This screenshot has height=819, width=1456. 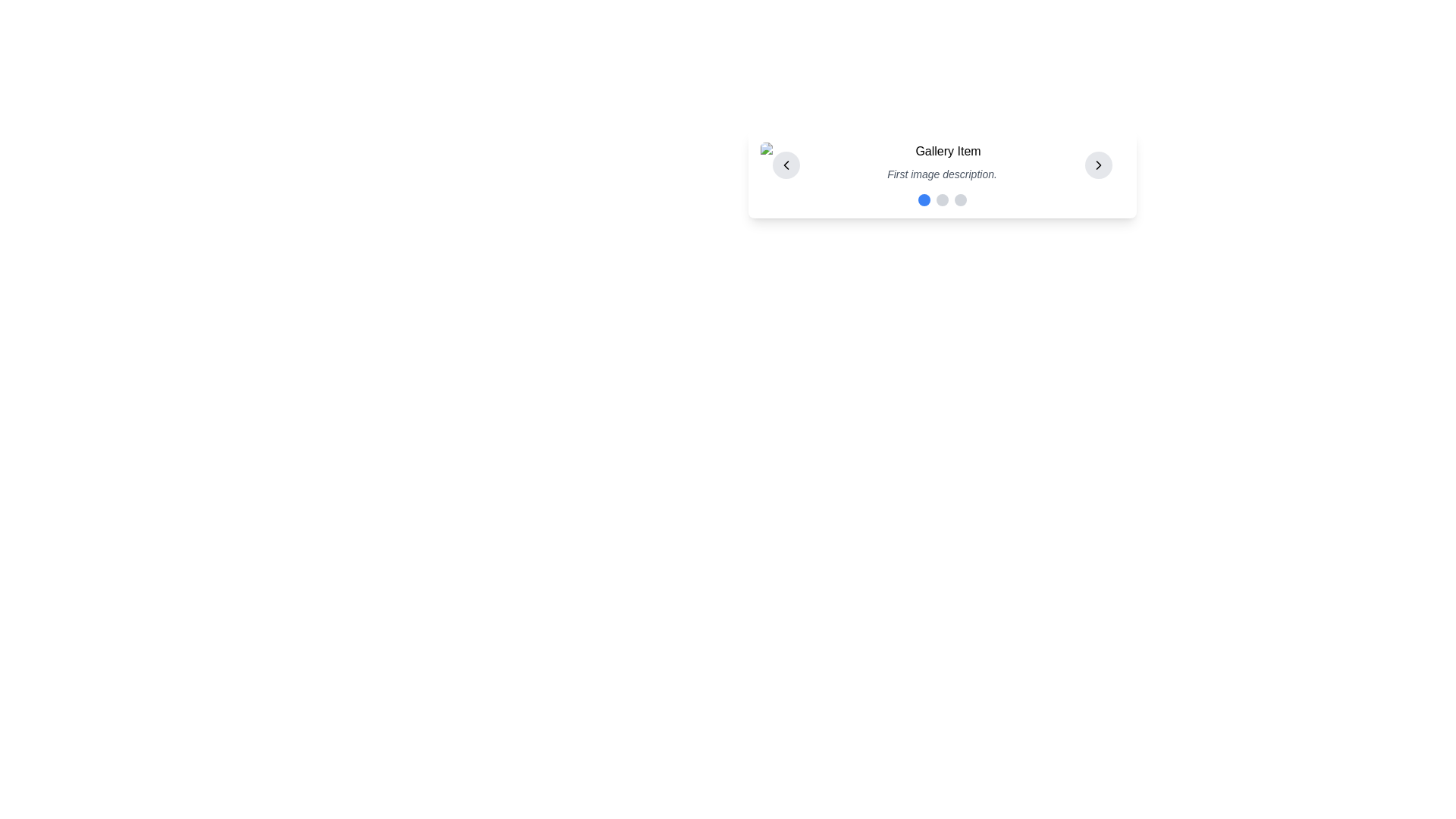 I want to click on the left navigation button in the gallery viewer, so click(x=786, y=165).